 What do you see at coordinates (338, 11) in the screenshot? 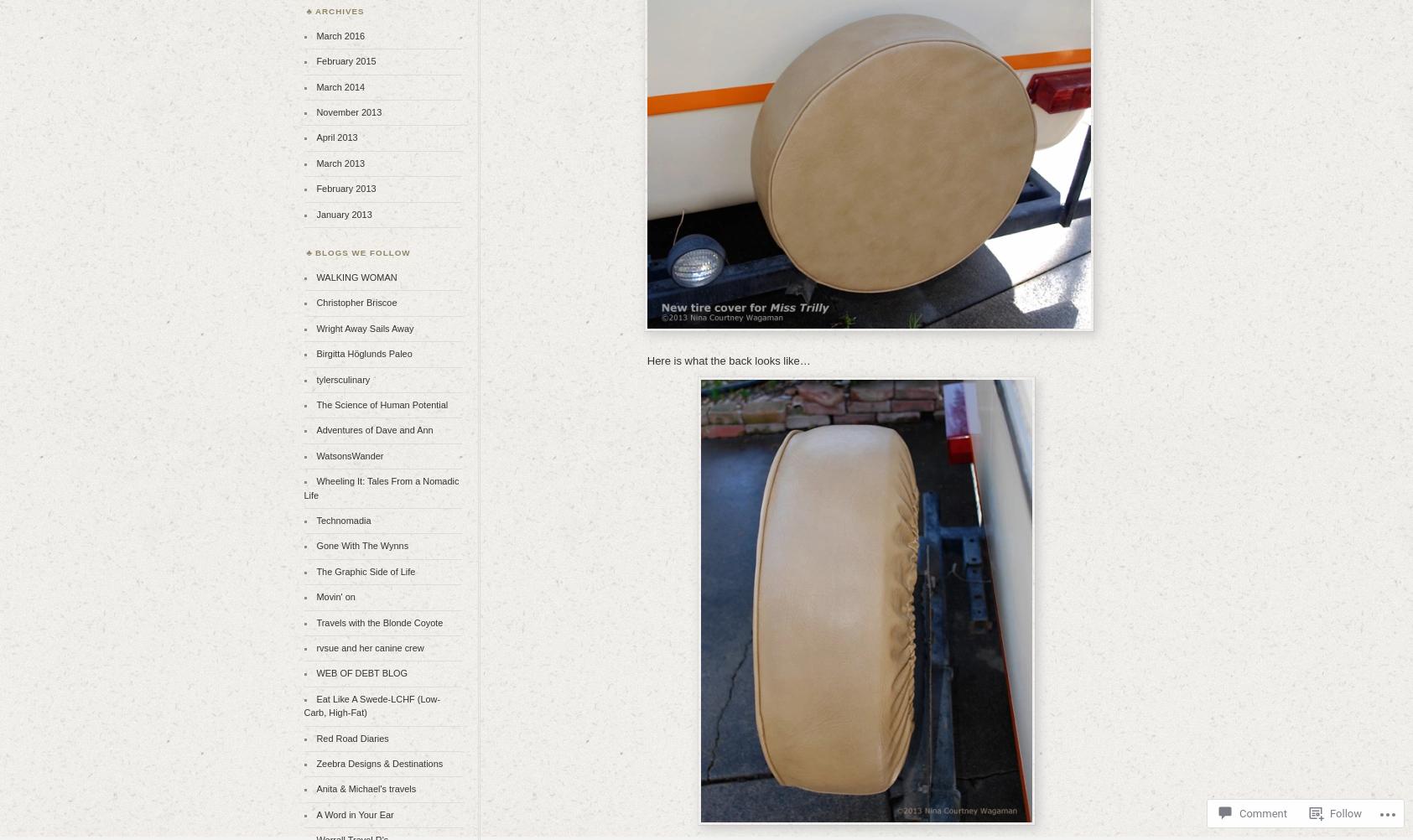
I see `'Archives'` at bounding box center [338, 11].